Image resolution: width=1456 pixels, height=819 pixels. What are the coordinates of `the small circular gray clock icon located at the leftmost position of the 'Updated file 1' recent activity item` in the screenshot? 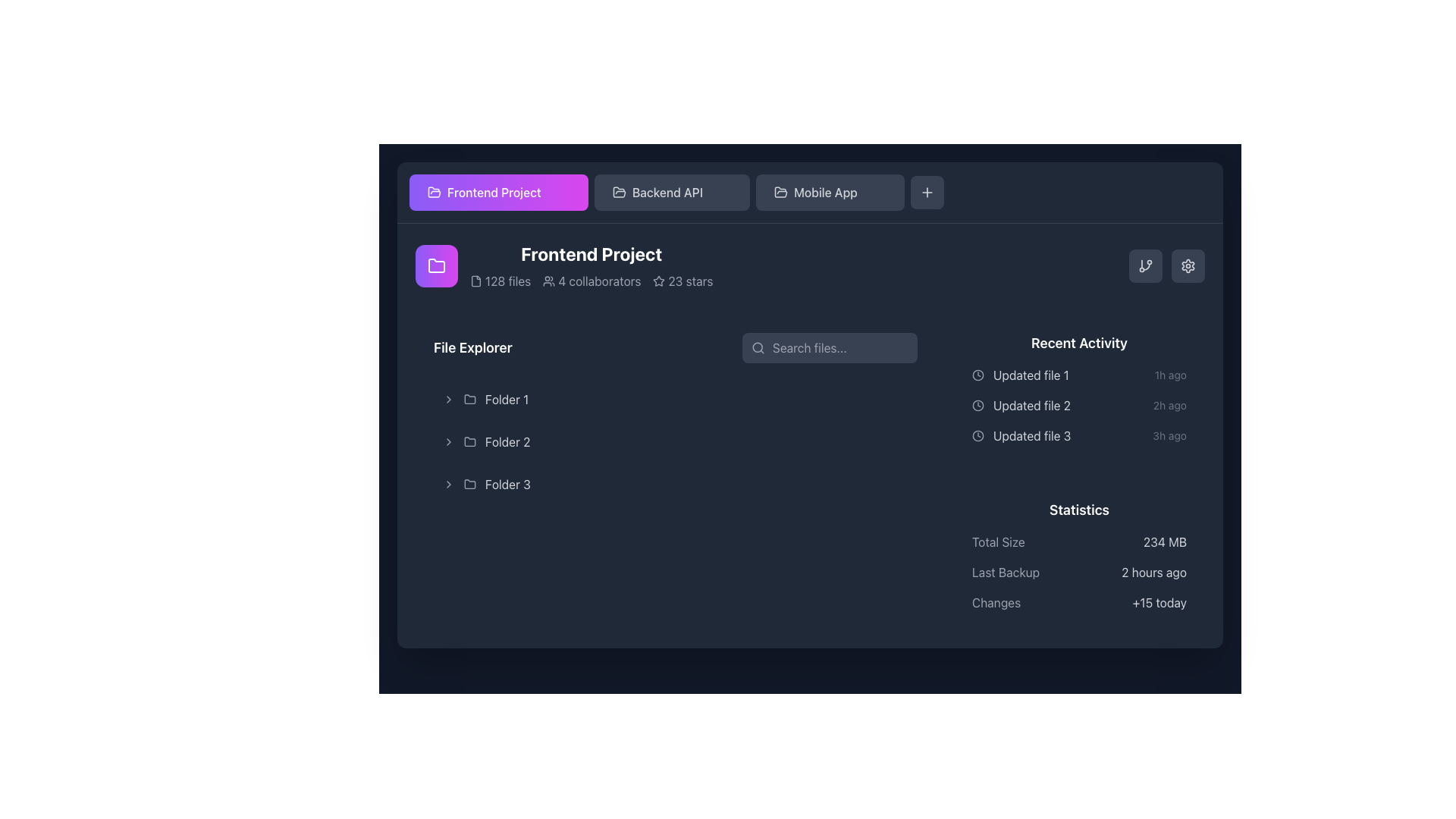 It's located at (978, 375).